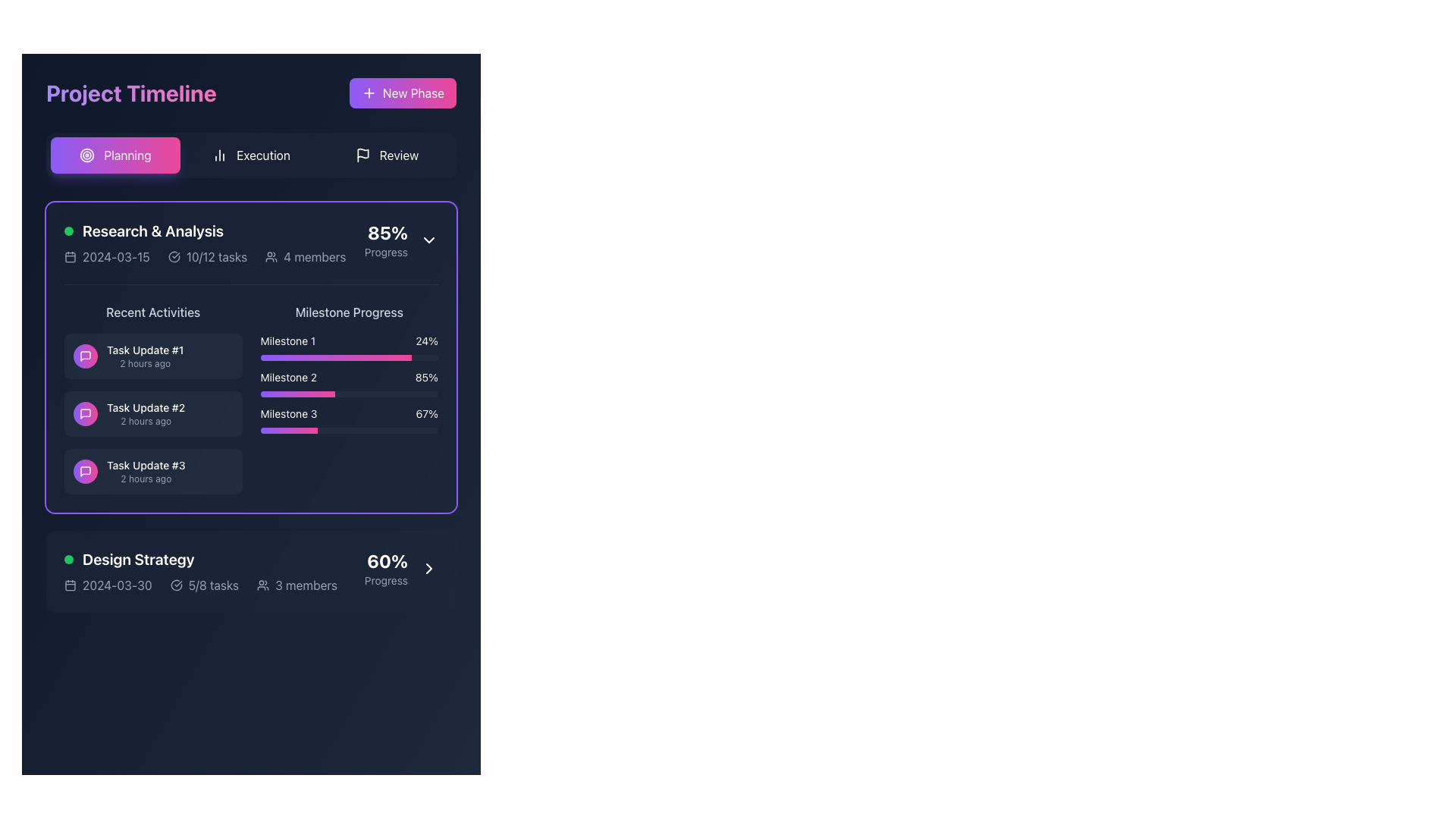  I want to click on the text with icon label that displays the number of members associated with a project, located in the 'Design Strategy' card group, so click(297, 584).